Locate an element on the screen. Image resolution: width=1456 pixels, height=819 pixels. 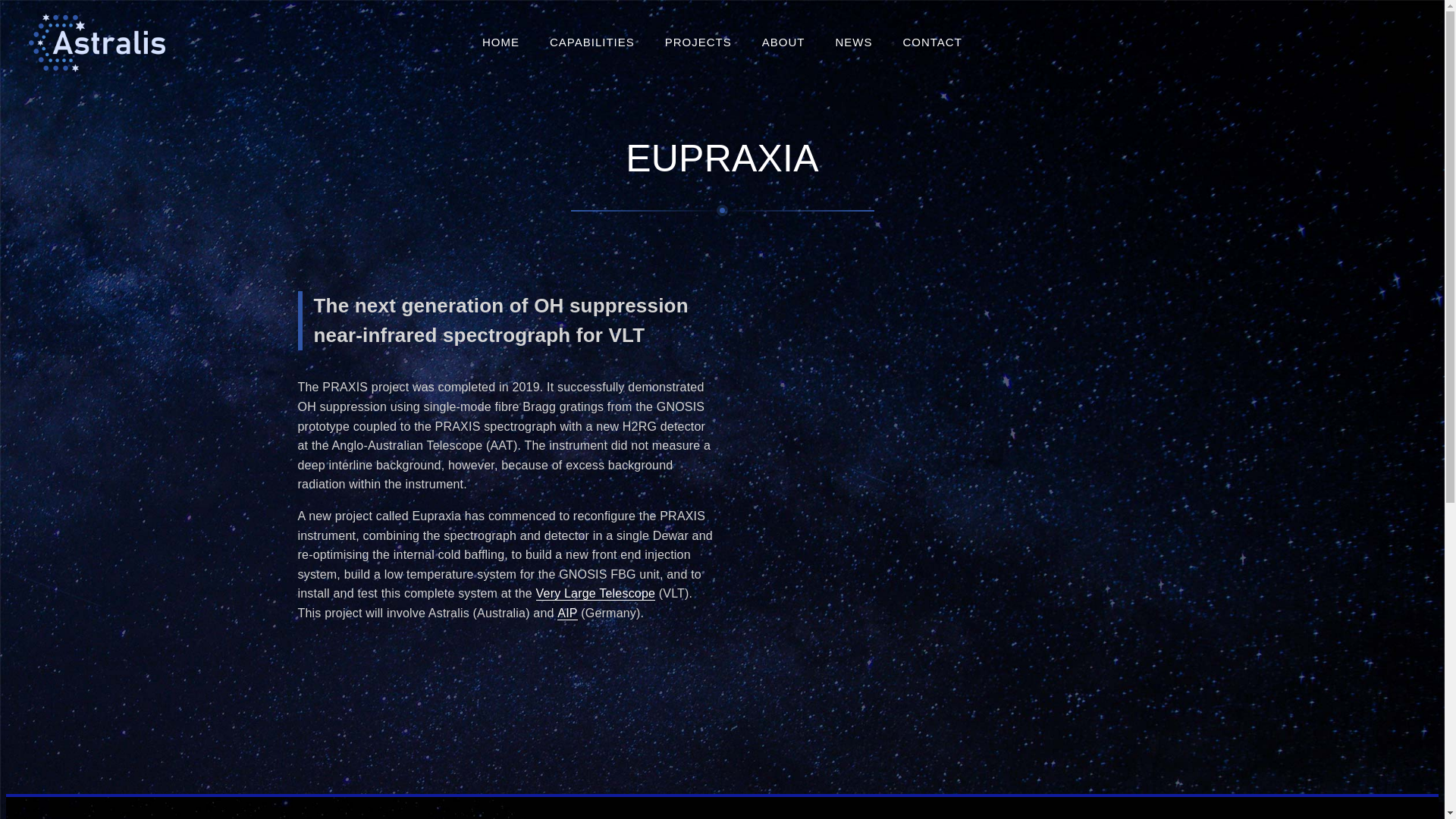
'PROJECTS' is located at coordinates (650, 42).